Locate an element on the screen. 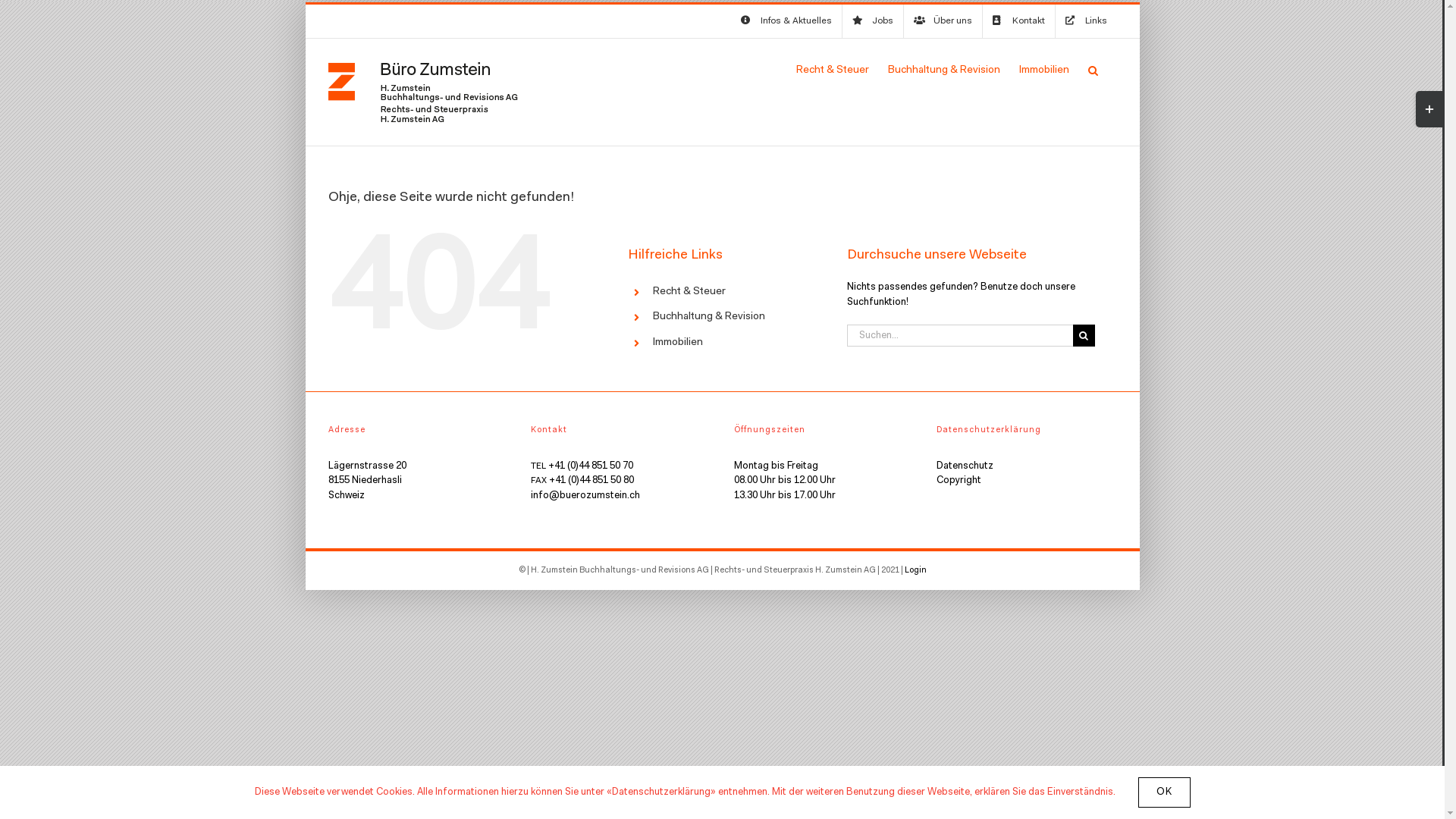 Image resolution: width=1456 pixels, height=819 pixels. 'Links' is located at coordinates (1055, 20).